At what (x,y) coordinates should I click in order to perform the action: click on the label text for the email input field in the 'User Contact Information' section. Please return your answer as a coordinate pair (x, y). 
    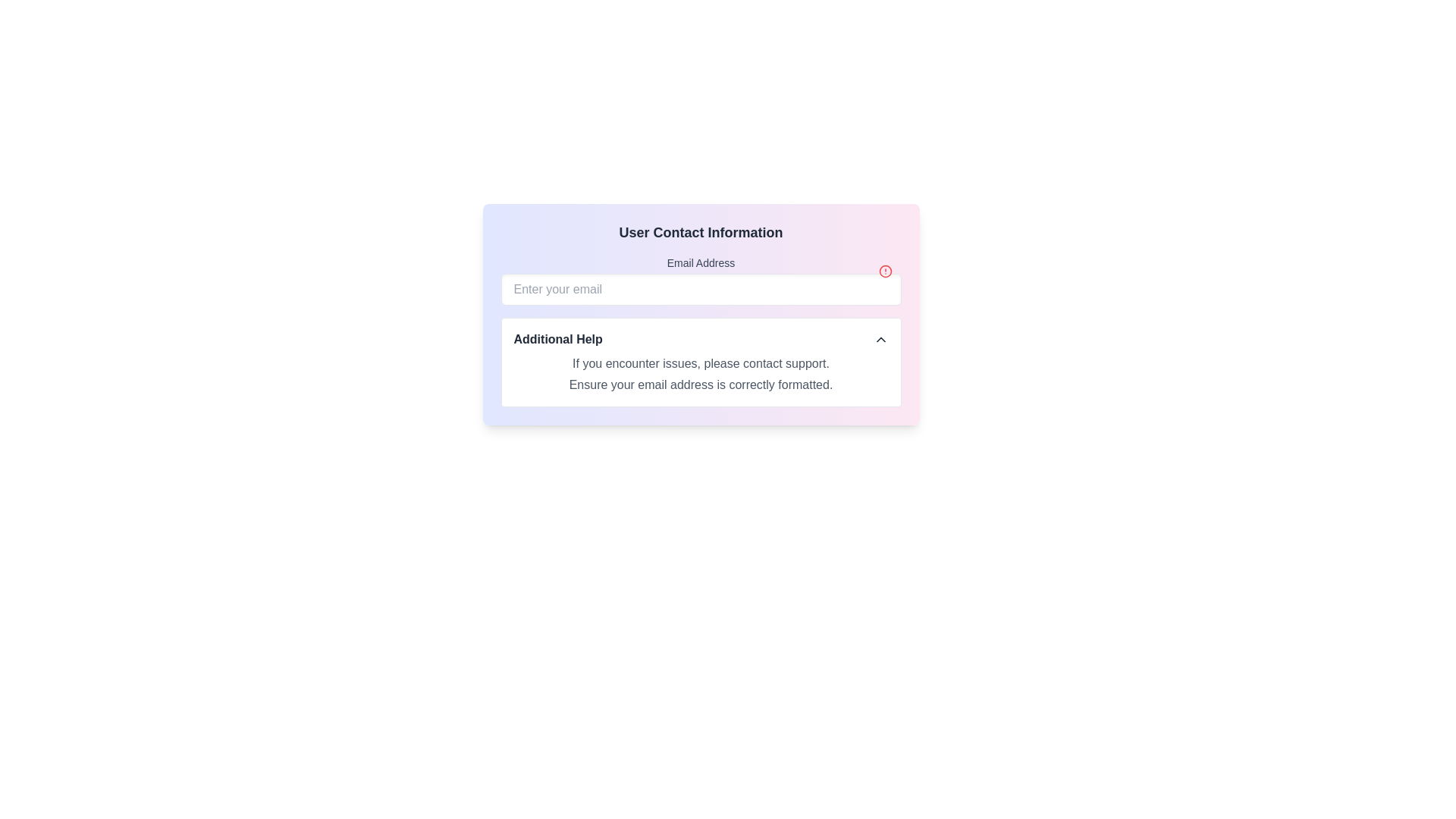
    Looking at the image, I should click on (700, 262).